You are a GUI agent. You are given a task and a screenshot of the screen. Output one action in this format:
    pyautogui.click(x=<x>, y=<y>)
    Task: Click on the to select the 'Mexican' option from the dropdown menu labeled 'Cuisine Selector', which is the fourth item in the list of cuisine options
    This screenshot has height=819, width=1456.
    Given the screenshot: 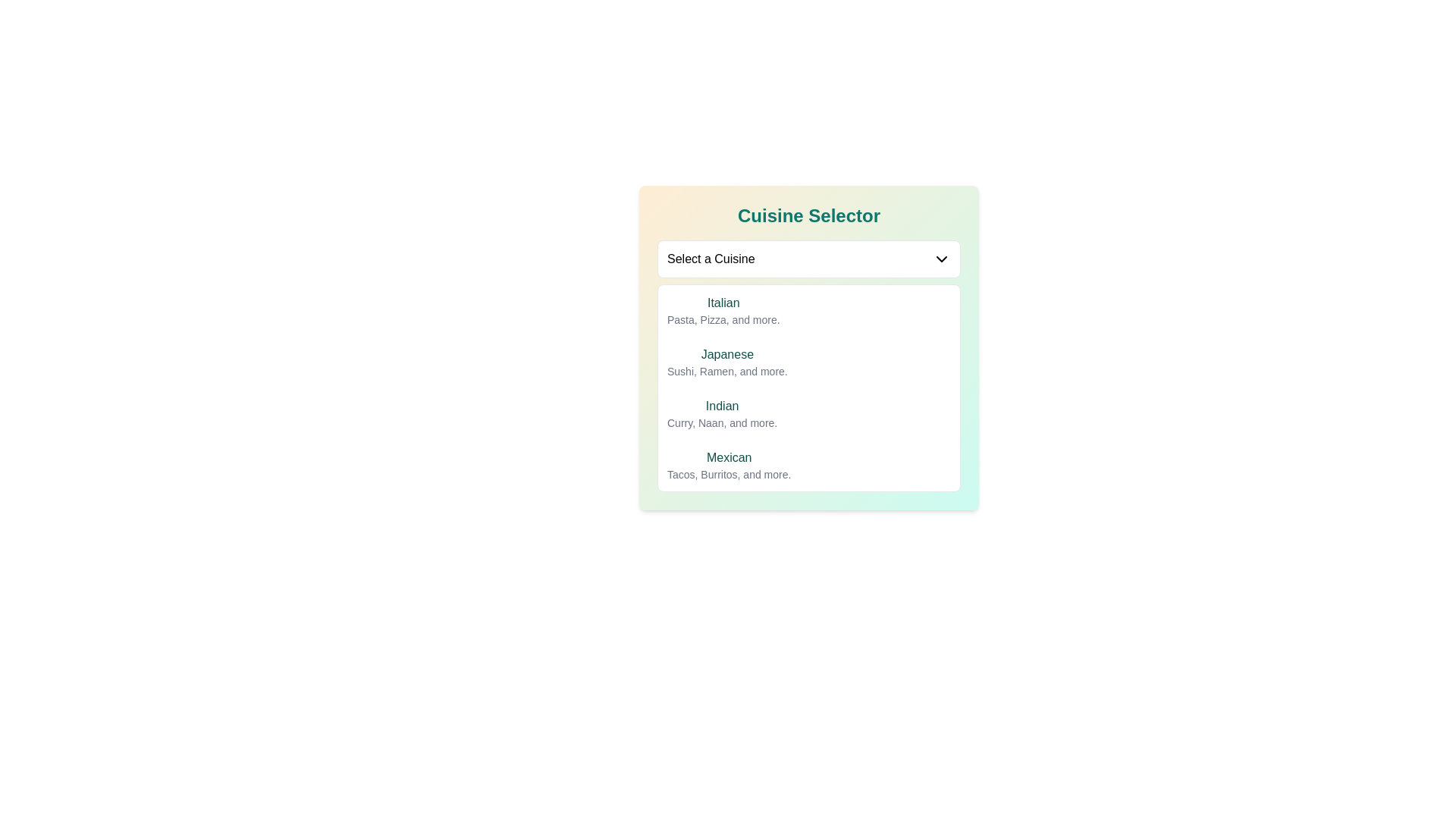 What is the action you would take?
    pyautogui.click(x=729, y=464)
    